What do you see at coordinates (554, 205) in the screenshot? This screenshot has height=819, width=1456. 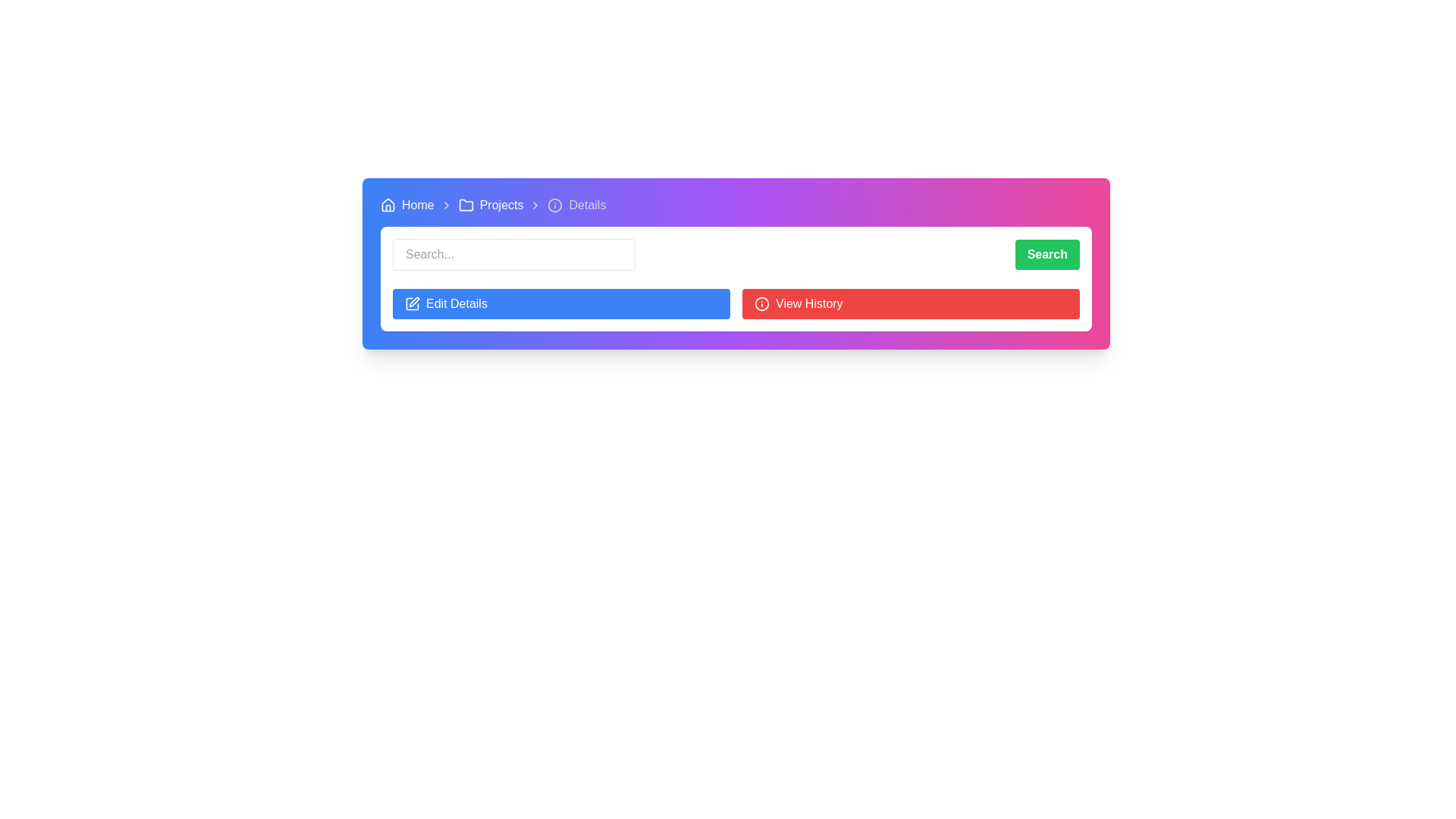 I see `the small circular graphical element within the SVG icon located between the 'Projects' and 'Details' breadcrumb links in the top navigation bar` at bounding box center [554, 205].